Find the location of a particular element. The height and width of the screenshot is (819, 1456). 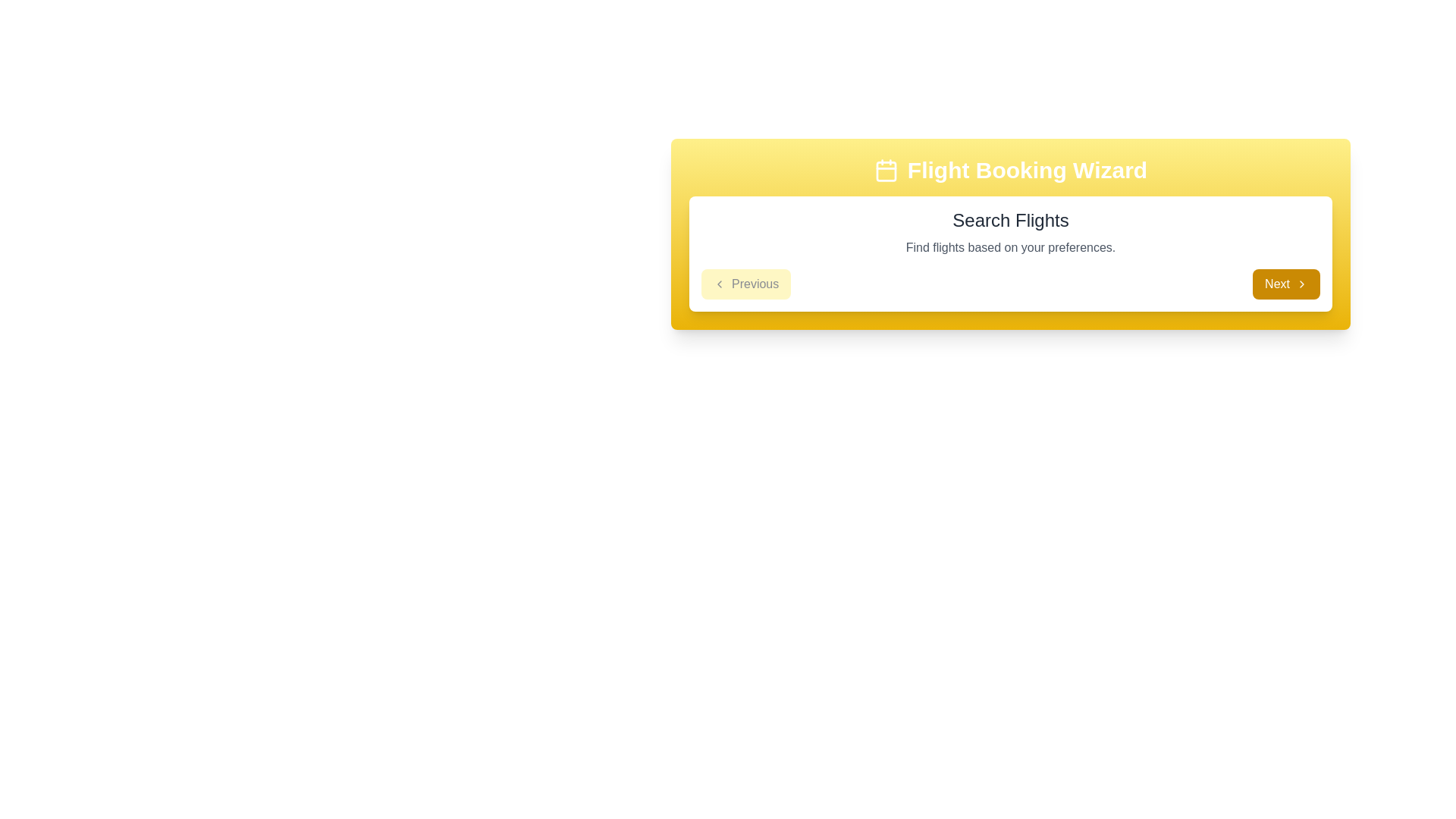

the rectangular calendar body icon, which is part of the calendar icon located in the header of the yellow gradient panel next to the 'Flight Booking Wizard' title is located at coordinates (886, 171).